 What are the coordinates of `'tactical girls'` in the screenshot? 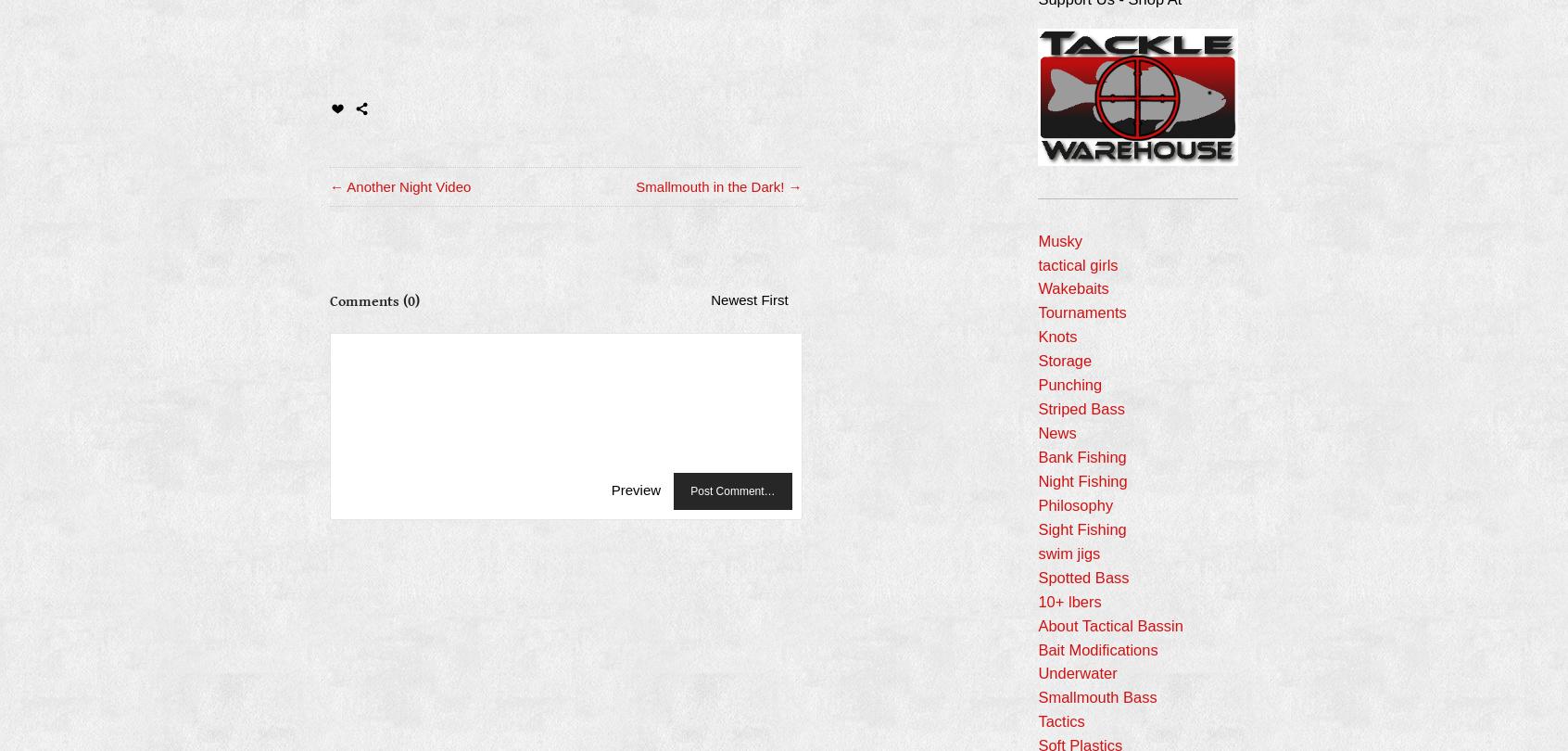 It's located at (1077, 263).